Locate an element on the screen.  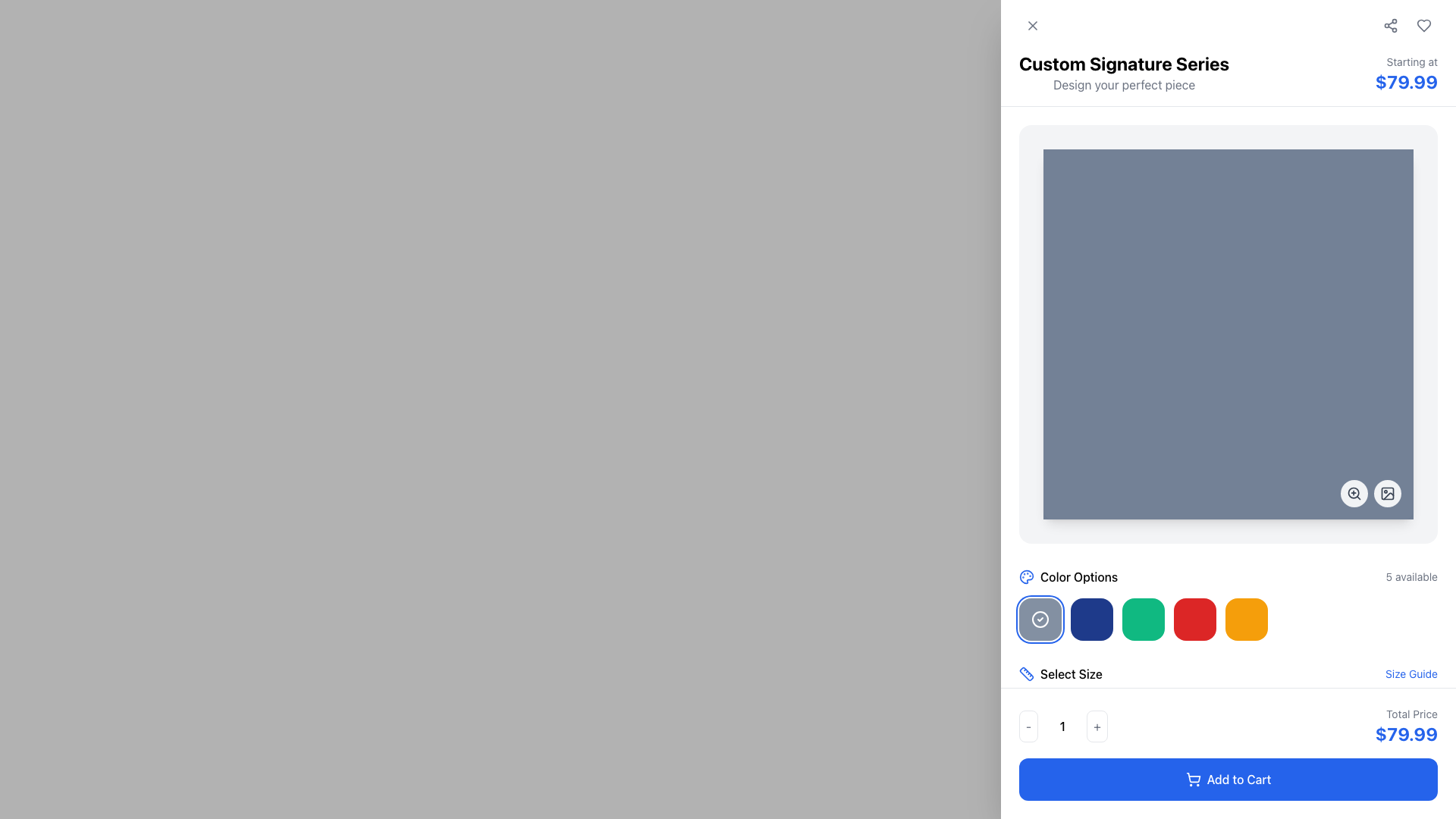
the '-' button on the quantity selector to decrease the quantity of the product being added to the cart is located at coordinates (1062, 725).